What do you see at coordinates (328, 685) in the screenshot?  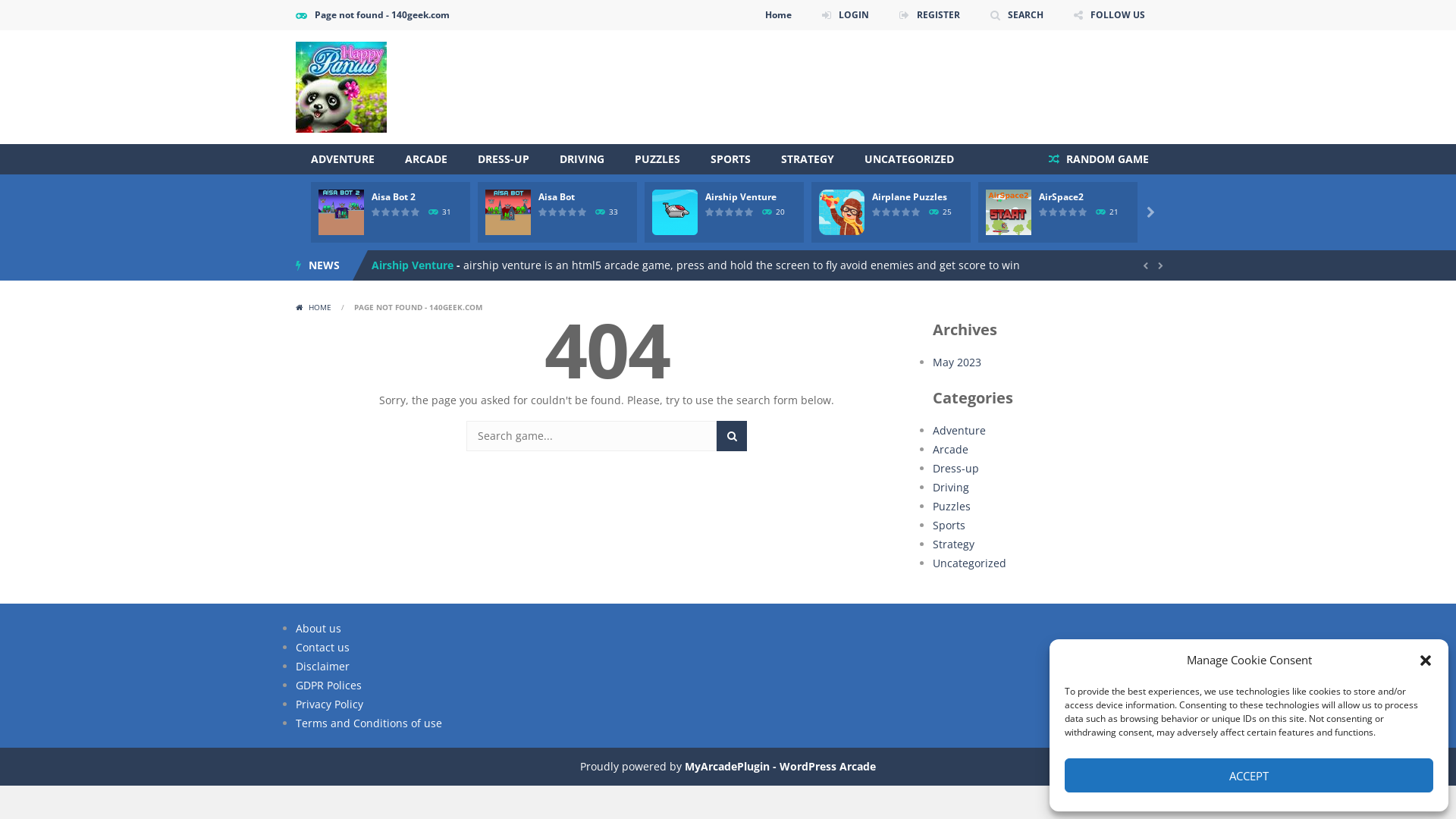 I see `'GDPR Polices'` at bounding box center [328, 685].